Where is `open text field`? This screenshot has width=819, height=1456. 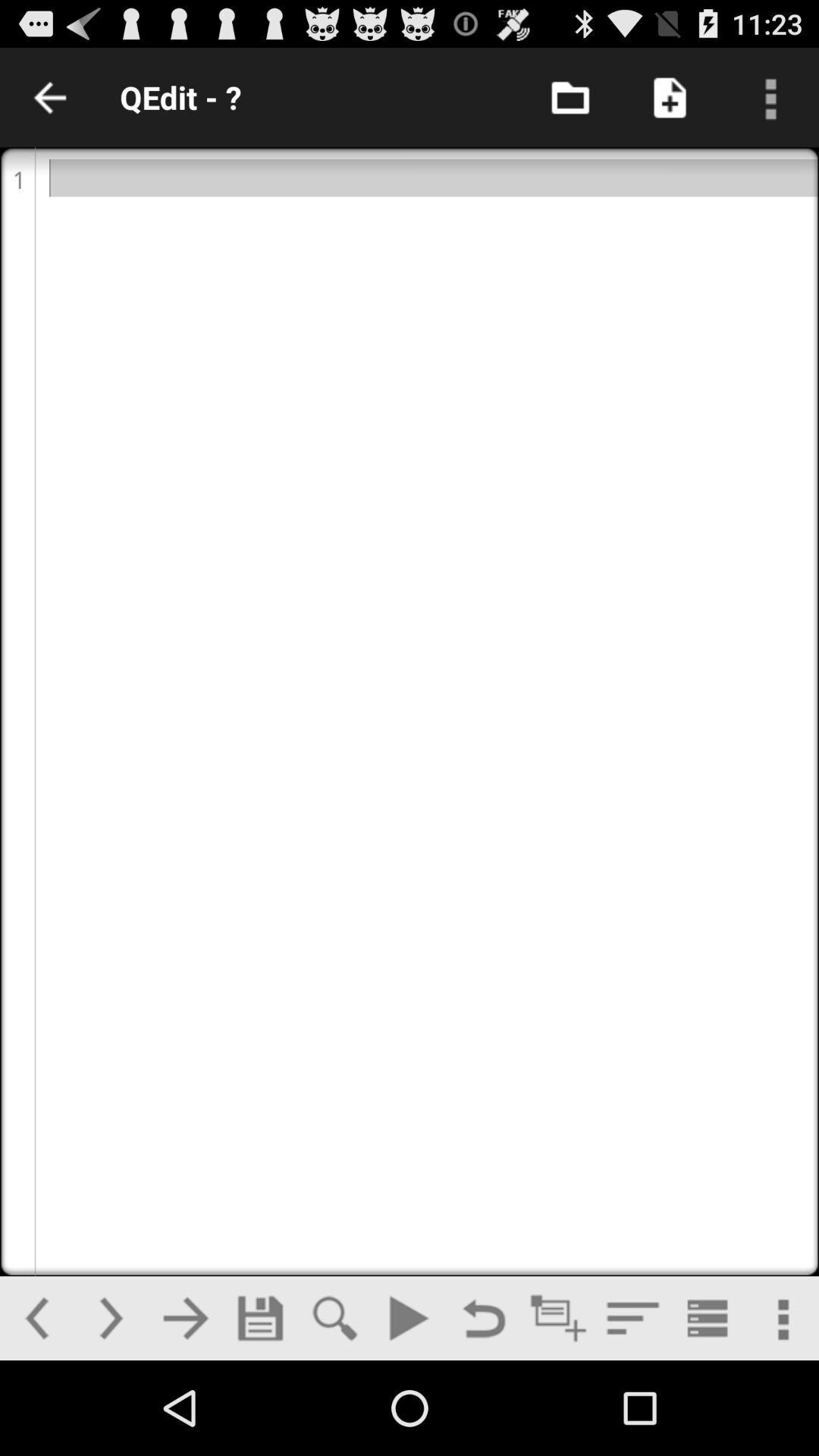
open text field is located at coordinates (409, 711).